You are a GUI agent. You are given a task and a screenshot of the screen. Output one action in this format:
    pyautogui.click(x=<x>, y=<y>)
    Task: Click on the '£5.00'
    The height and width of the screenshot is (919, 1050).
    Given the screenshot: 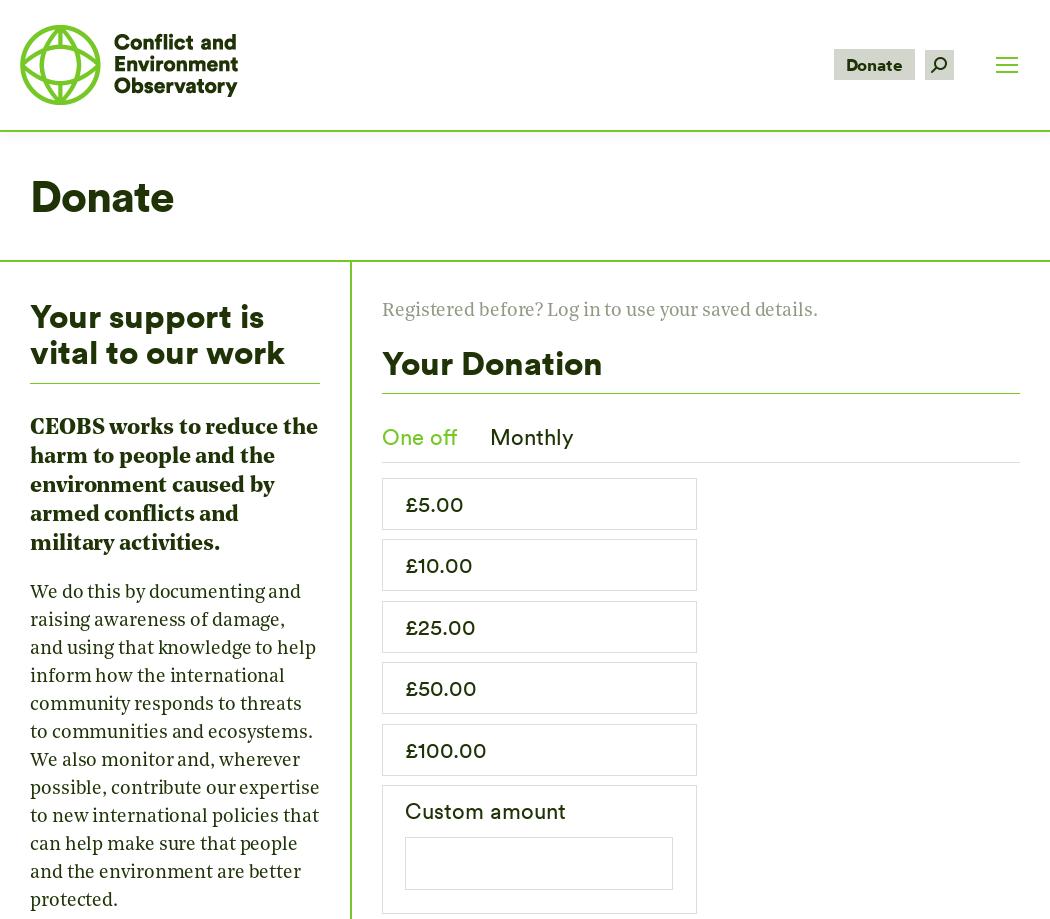 What is the action you would take?
    pyautogui.click(x=433, y=501)
    